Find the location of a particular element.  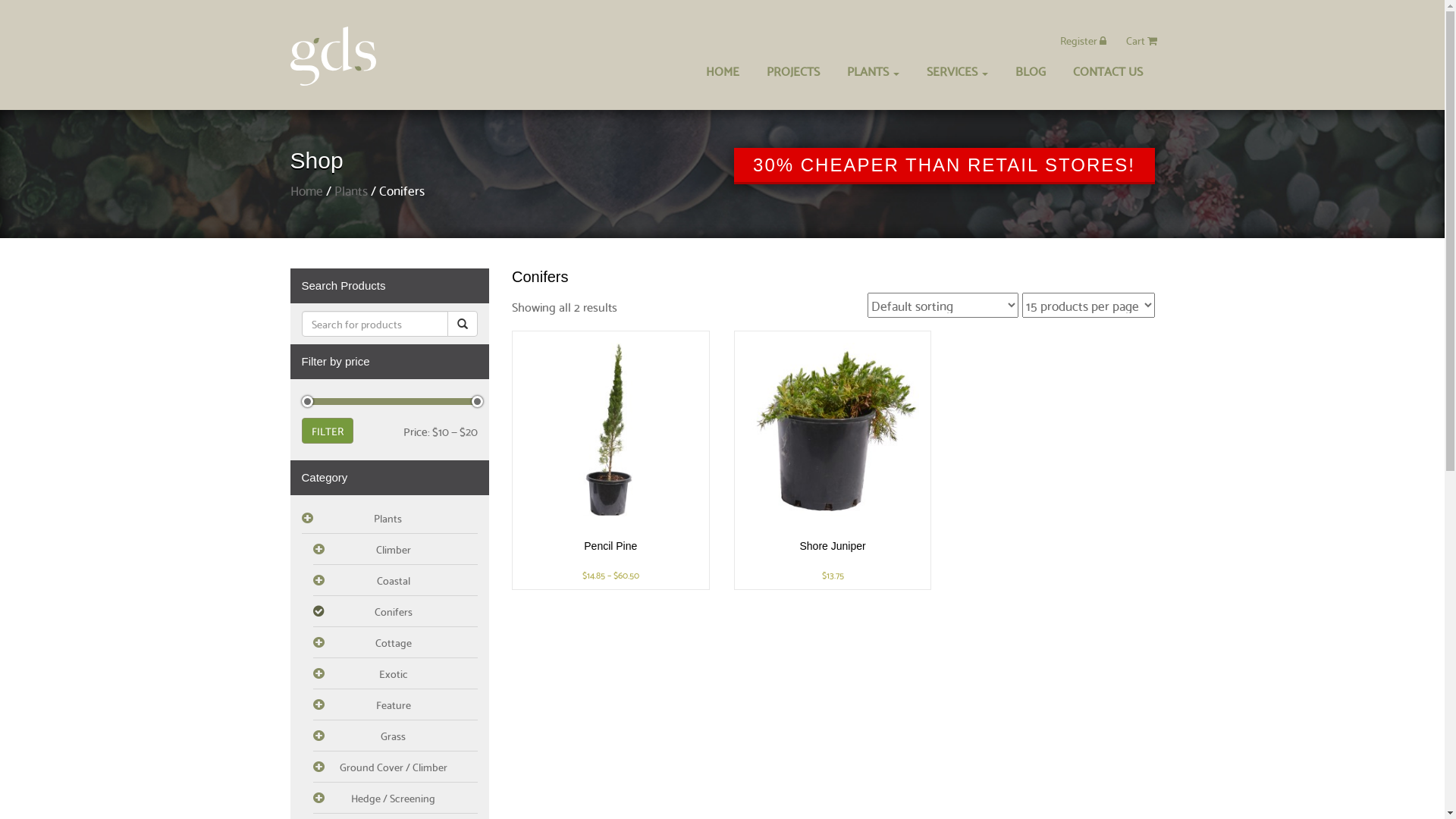

'Plants' is located at coordinates (390, 517).